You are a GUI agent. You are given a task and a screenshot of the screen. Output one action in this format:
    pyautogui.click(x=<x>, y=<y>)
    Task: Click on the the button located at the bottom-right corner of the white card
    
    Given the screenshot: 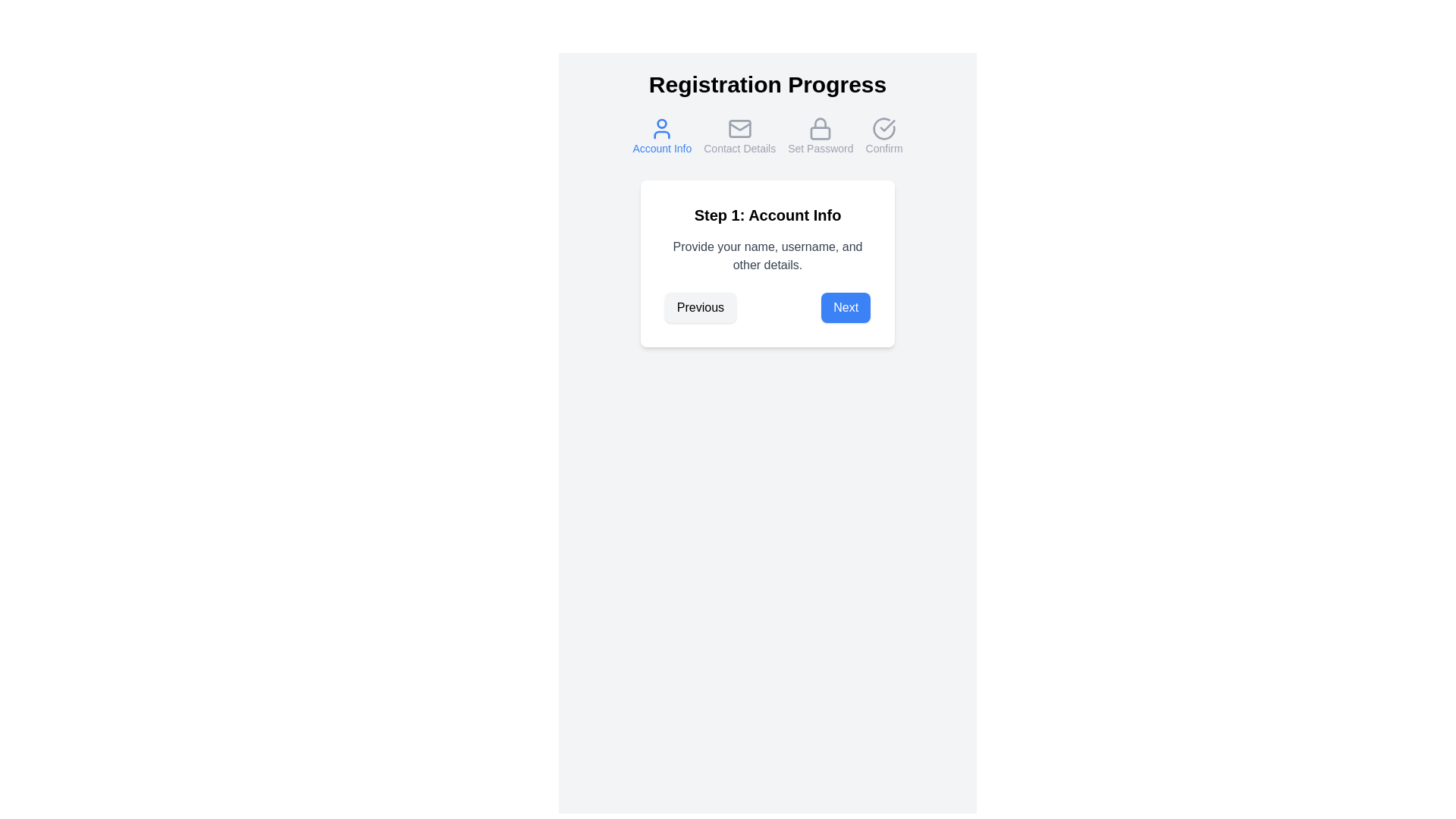 What is the action you would take?
    pyautogui.click(x=845, y=307)
    